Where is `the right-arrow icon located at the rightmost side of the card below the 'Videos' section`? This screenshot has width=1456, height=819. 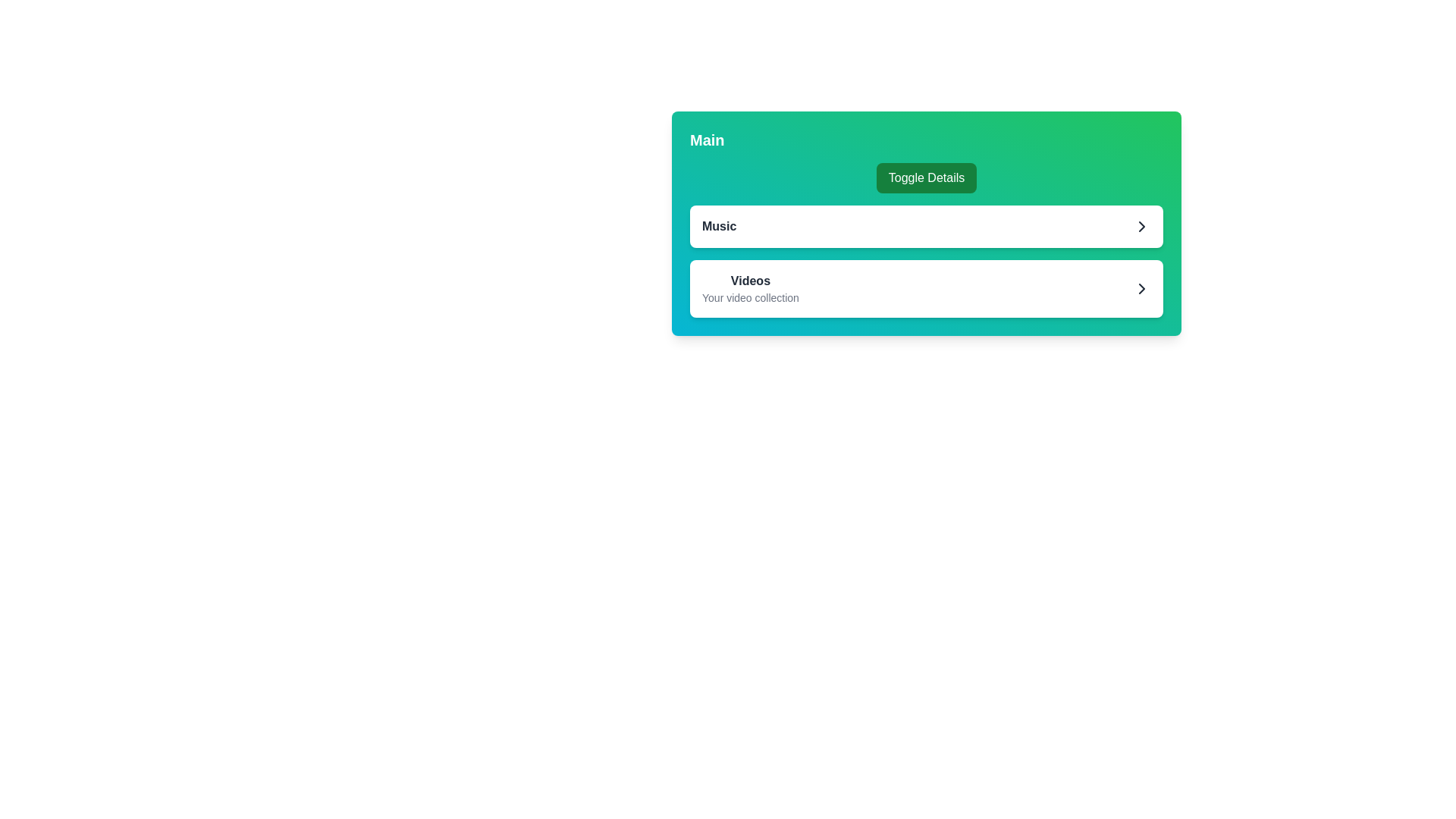
the right-arrow icon located at the rightmost side of the card below the 'Videos' section is located at coordinates (1142, 289).